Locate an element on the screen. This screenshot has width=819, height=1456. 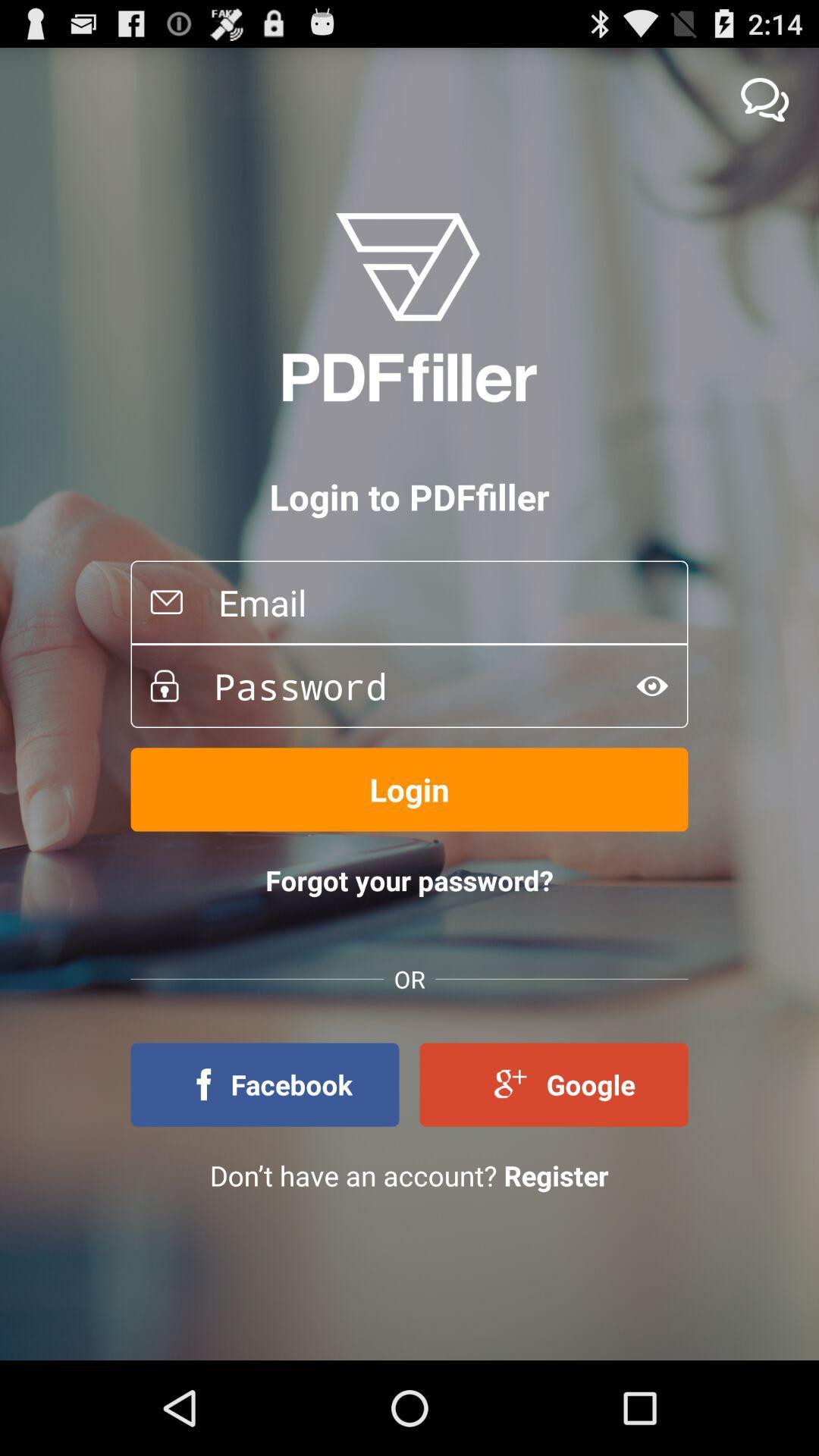
for vesion is located at coordinates (651, 685).